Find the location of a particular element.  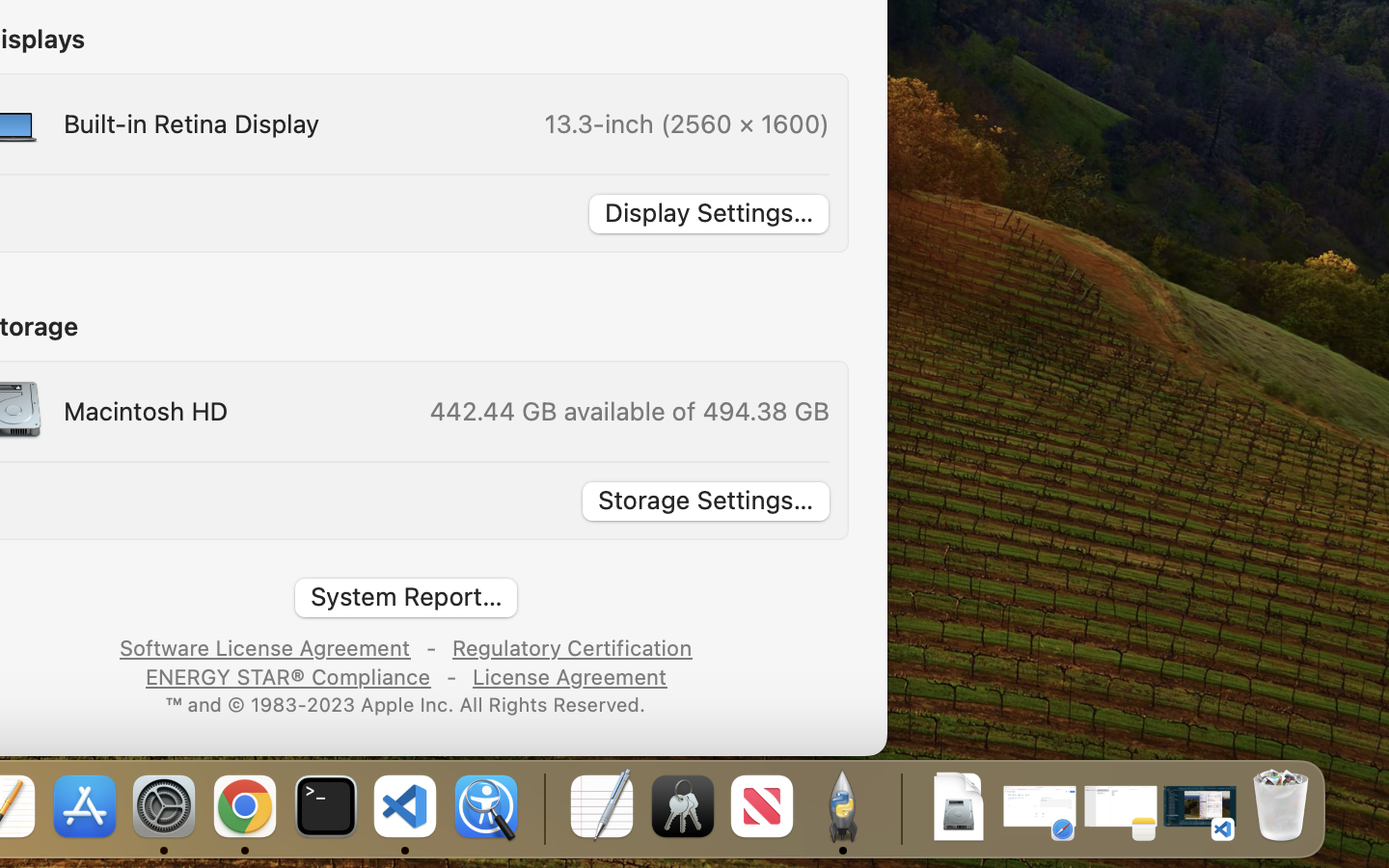

'13.3-inch (2560 × 1600)' is located at coordinates (686, 122).